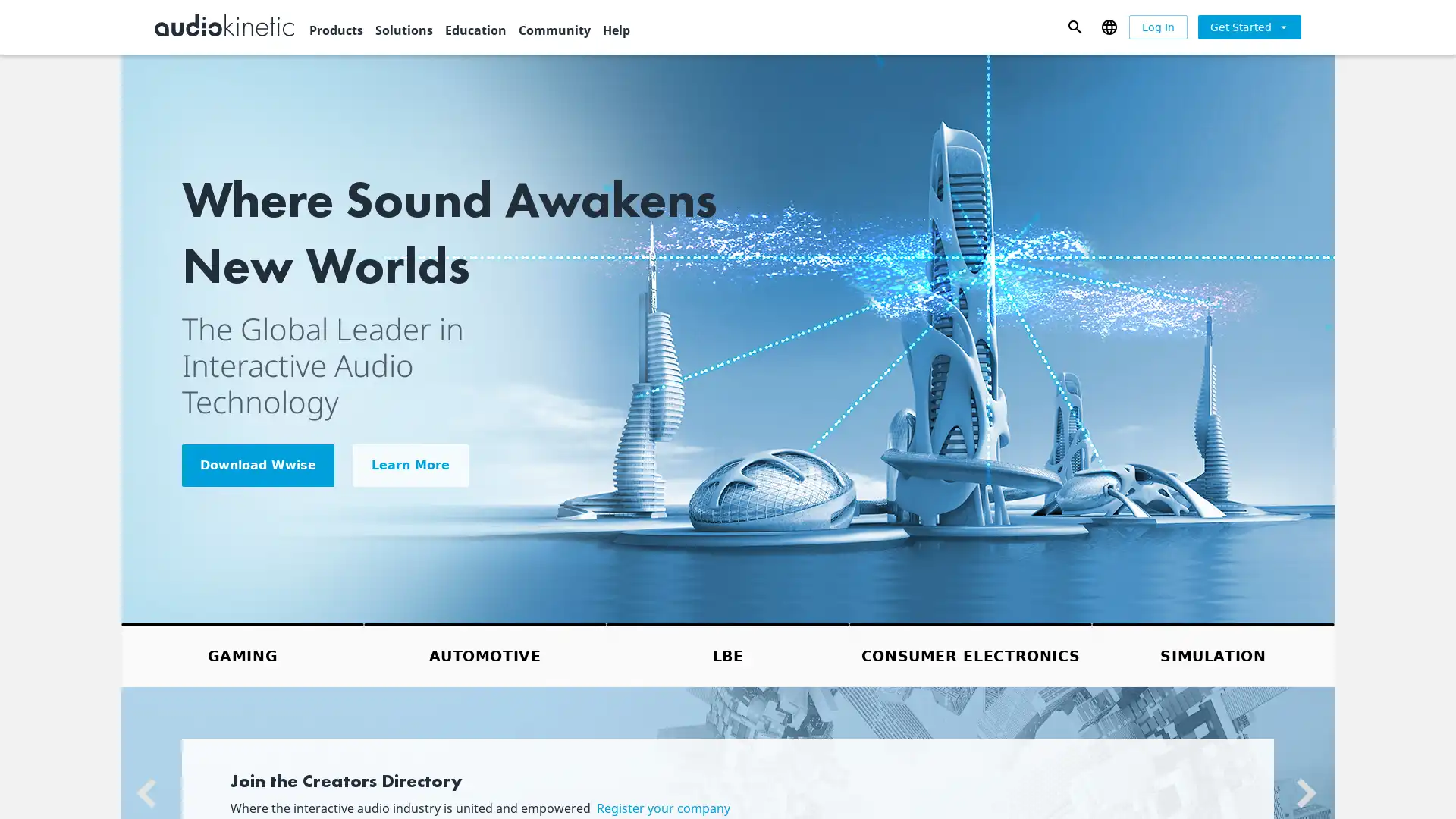 This screenshot has height=819, width=1456. What do you see at coordinates (971, 654) in the screenshot?
I see `CONSUMER ELECTRONICS` at bounding box center [971, 654].